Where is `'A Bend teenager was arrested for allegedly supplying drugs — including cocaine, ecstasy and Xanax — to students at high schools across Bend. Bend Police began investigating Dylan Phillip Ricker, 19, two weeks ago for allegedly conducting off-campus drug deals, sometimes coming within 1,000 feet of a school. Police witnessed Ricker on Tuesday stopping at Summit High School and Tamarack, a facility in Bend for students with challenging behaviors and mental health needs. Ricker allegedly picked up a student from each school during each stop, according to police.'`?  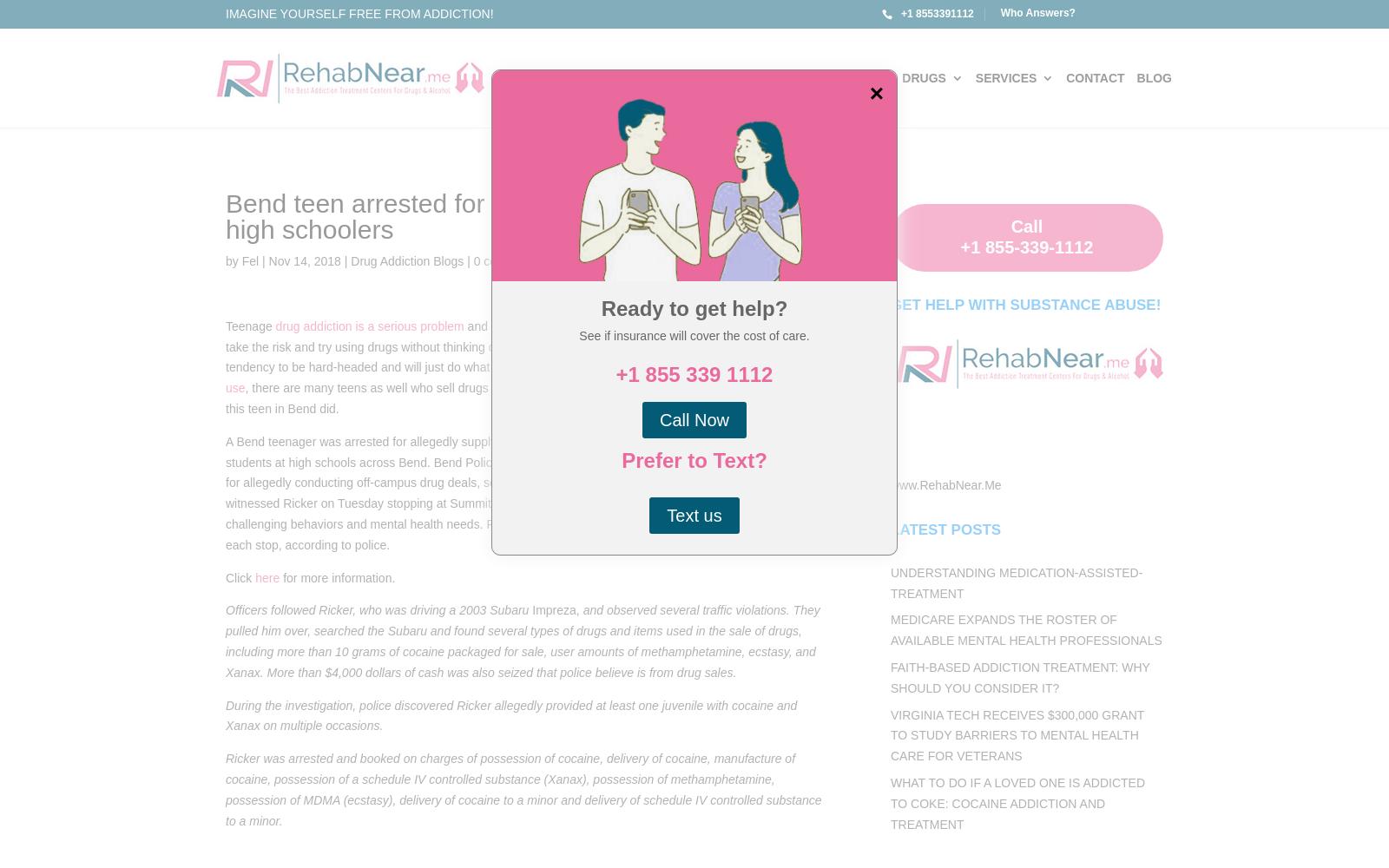
'A Bend teenager was arrested for allegedly supplying drugs — including cocaine, ecstasy and Xanax — to students at high schools across Bend. Bend Police began investigating Dylan Phillip Ricker, 19, two weeks ago for allegedly conducting off-campus drug deals, sometimes coming within 1,000 feet of a school. Police witnessed Ricker on Tuesday stopping at Summit High School and Tamarack, a facility in Bend for students with challenging behaviors and mental health needs. Ricker allegedly picked up a student from each school during each stop, according to police.' is located at coordinates (525, 491).